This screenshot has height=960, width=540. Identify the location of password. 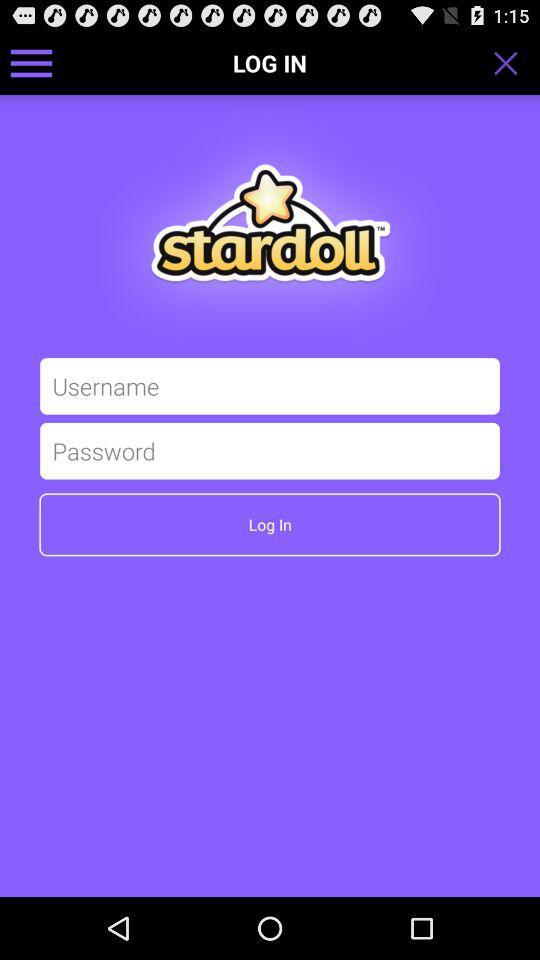
(270, 450).